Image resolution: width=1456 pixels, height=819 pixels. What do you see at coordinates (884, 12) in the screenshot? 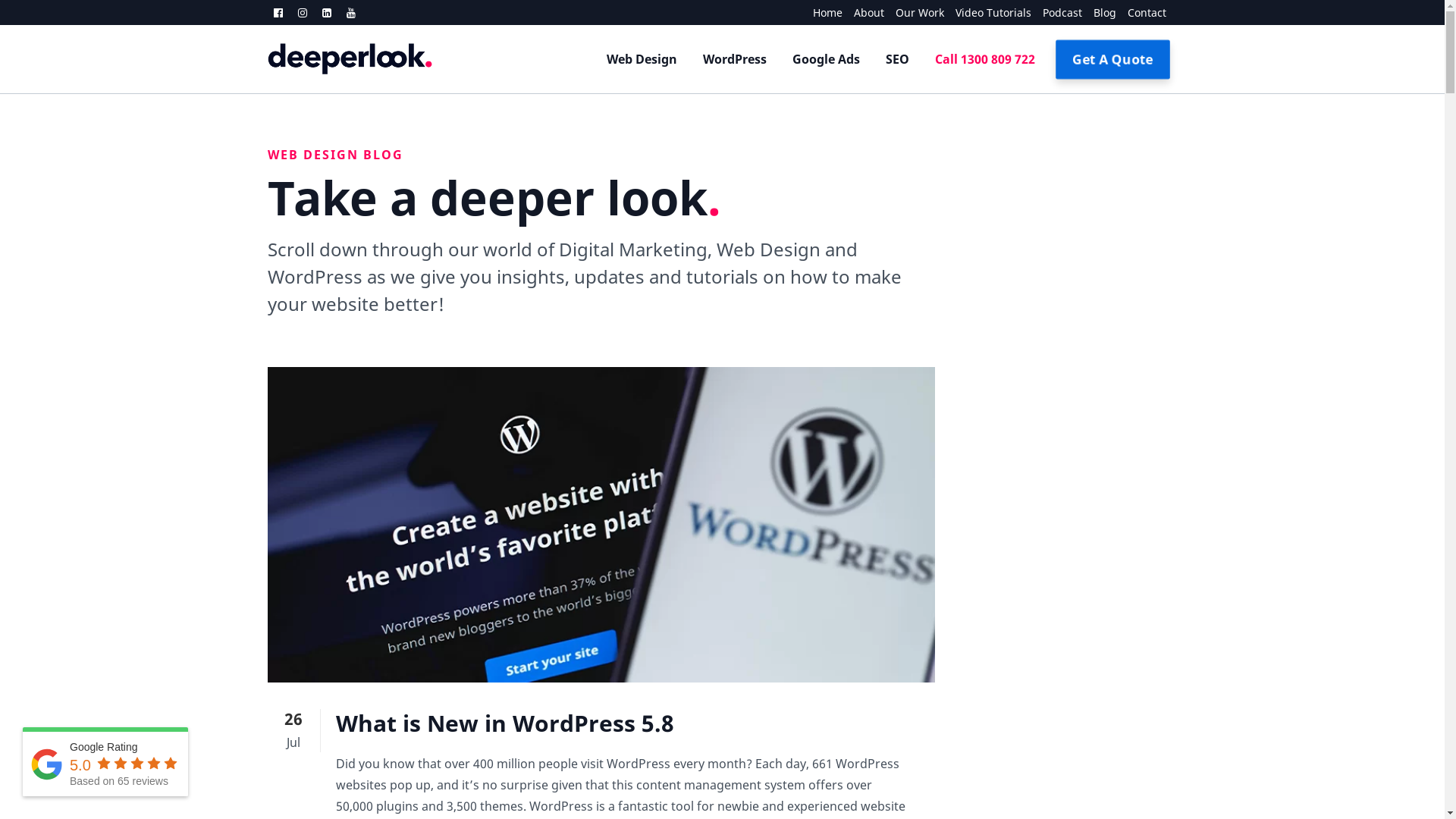
I see `'Our Work'` at bounding box center [884, 12].